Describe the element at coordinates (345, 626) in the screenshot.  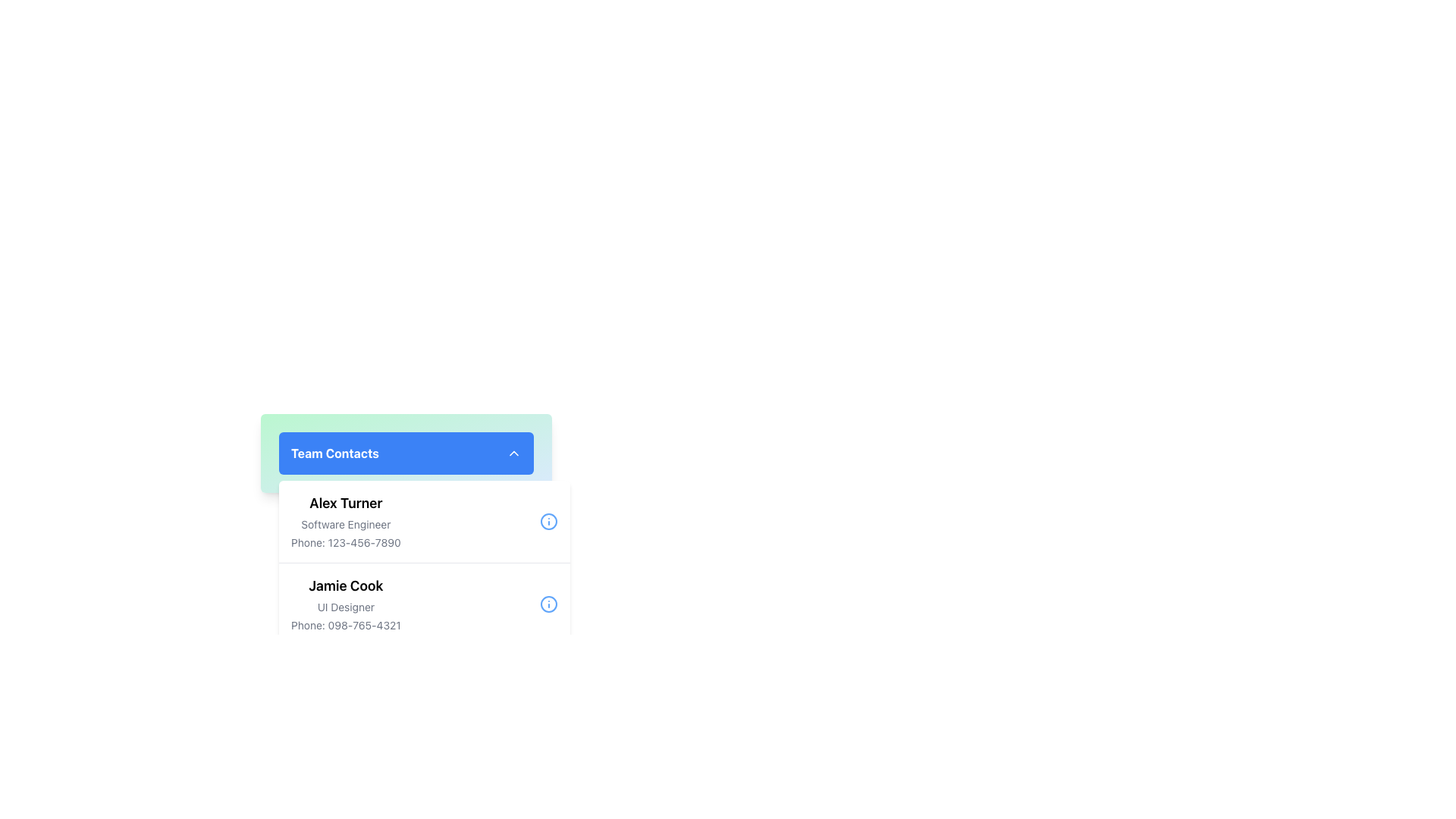
I see `the Static Text Display that shows the contact phone number for Jamie Cook, which is located below the 'UI Designer' line in the 'Team Contacts' section` at that location.